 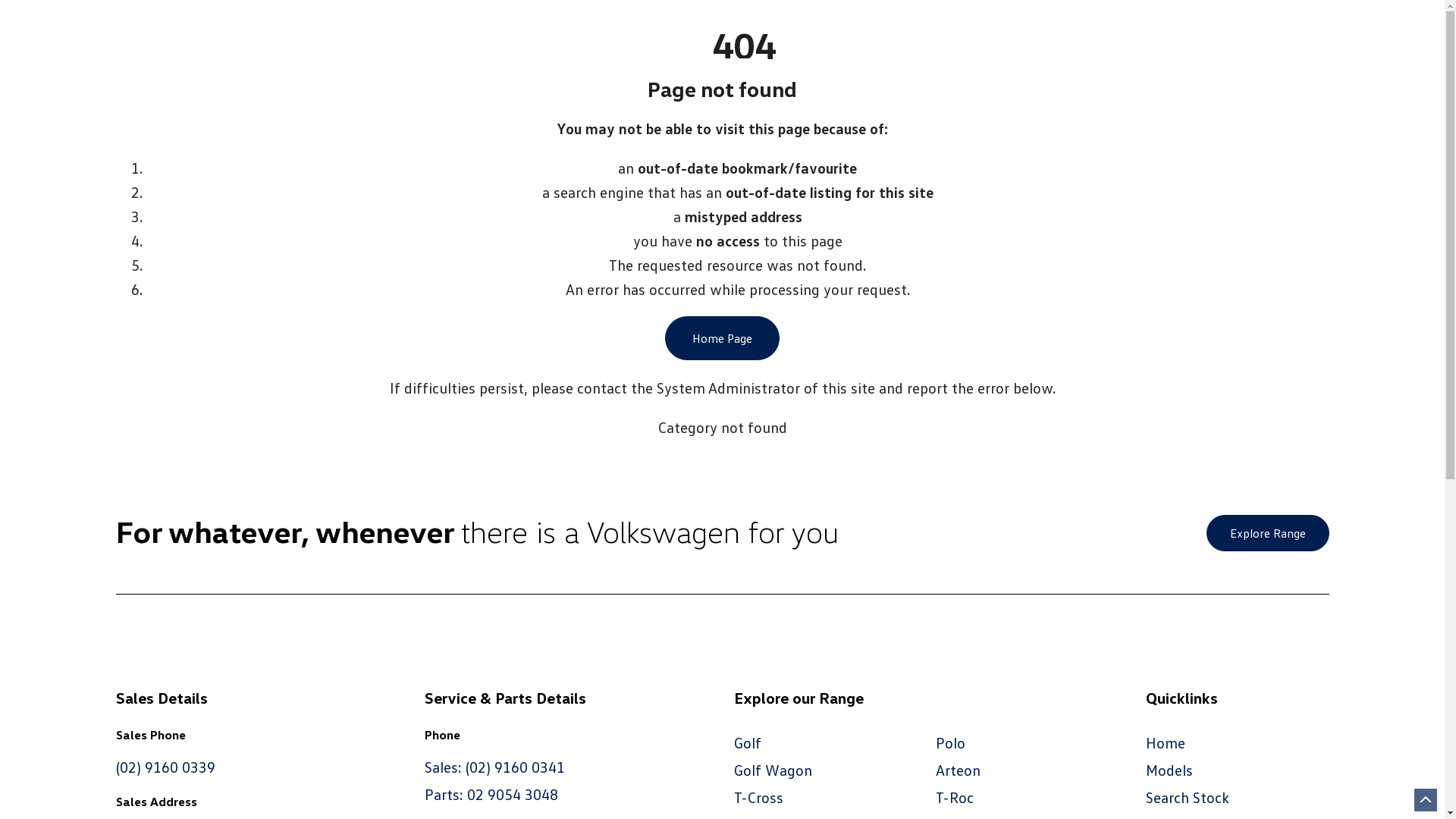 I want to click on 'Sales: (02) 9160 0341', so click(x=494, y=766).